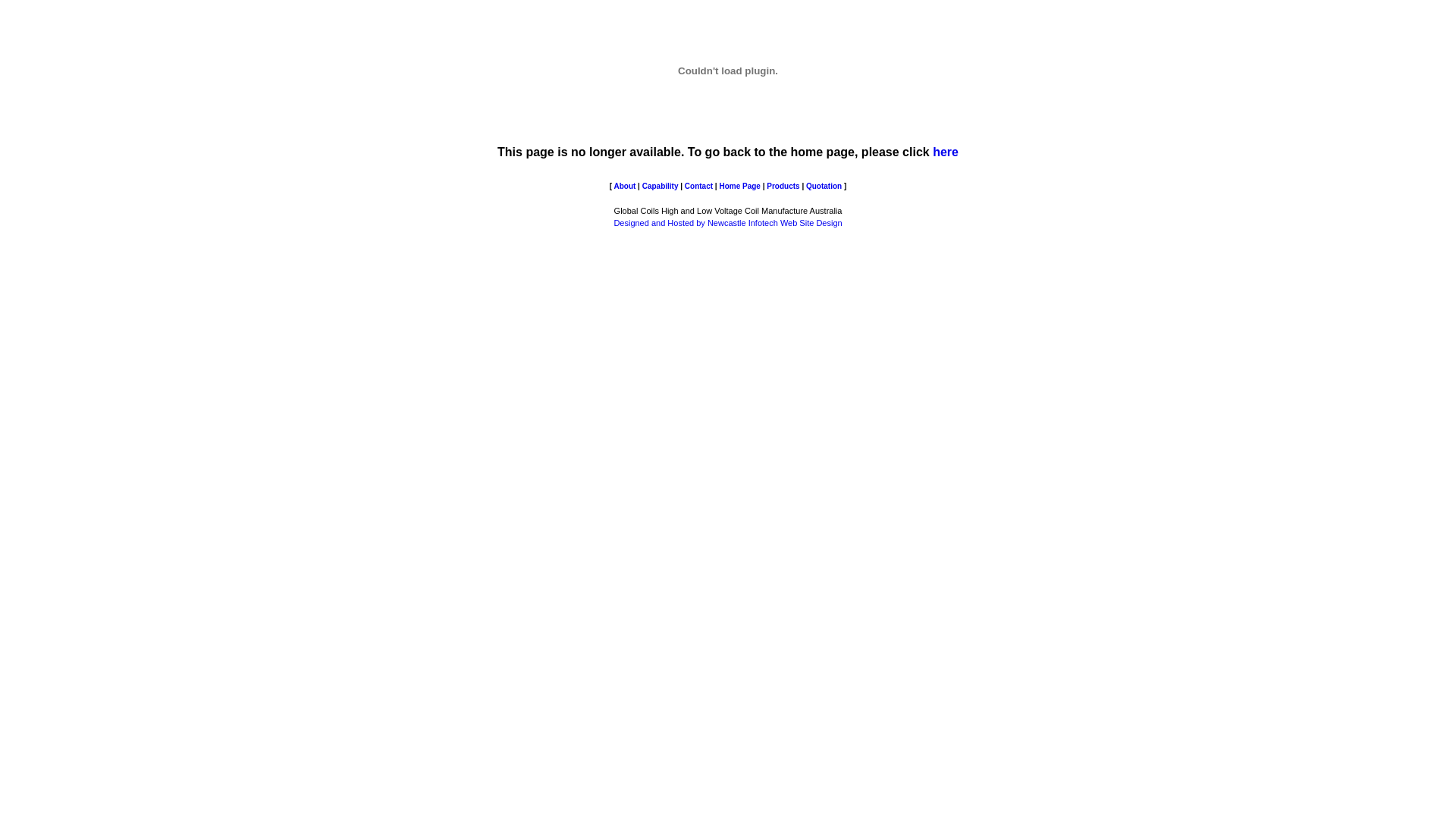  Describe the element at coordinates (783, 185) in the screenshot. I see `'Products'` at that location.